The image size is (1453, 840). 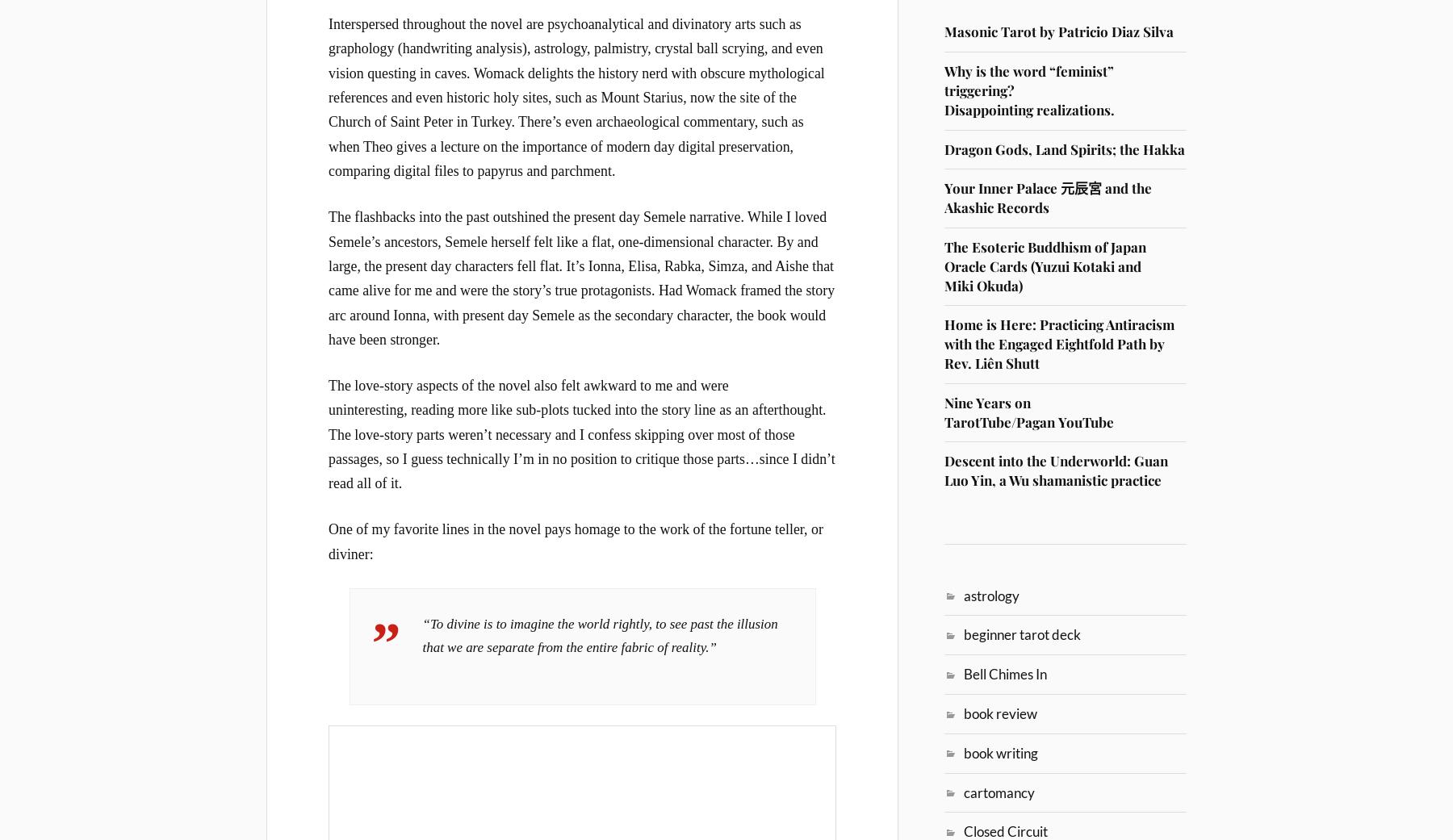 What do you see at coordinates (1045, 265) in the screenshot?
I see `'The Esoteric Buddhism of Japan Oracle Cards (Yuzui Kotaki and Miki Okuda)'` at bounding box center [1045, 265].